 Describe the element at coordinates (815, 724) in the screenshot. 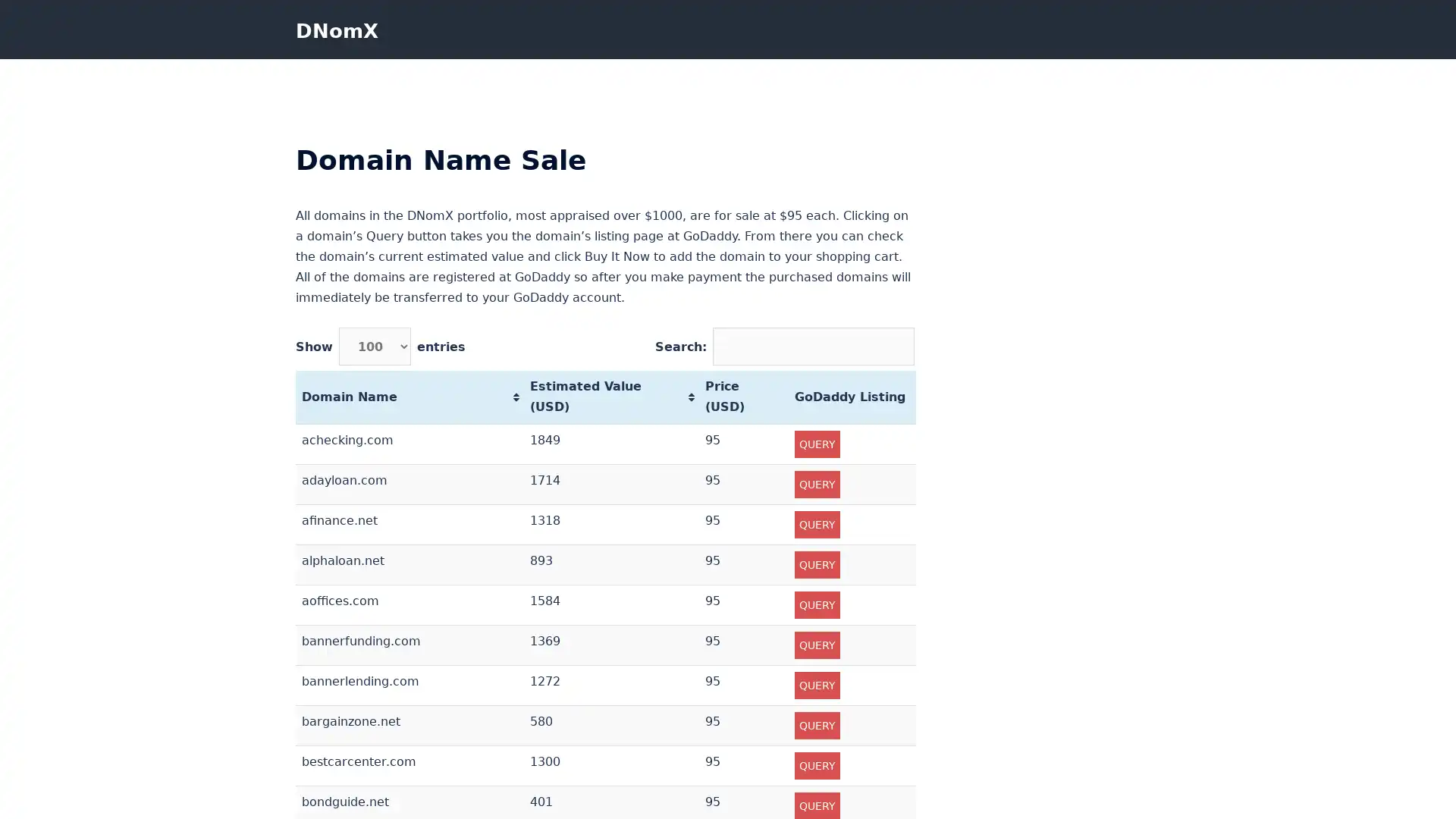

I see `QUERY` at that location.